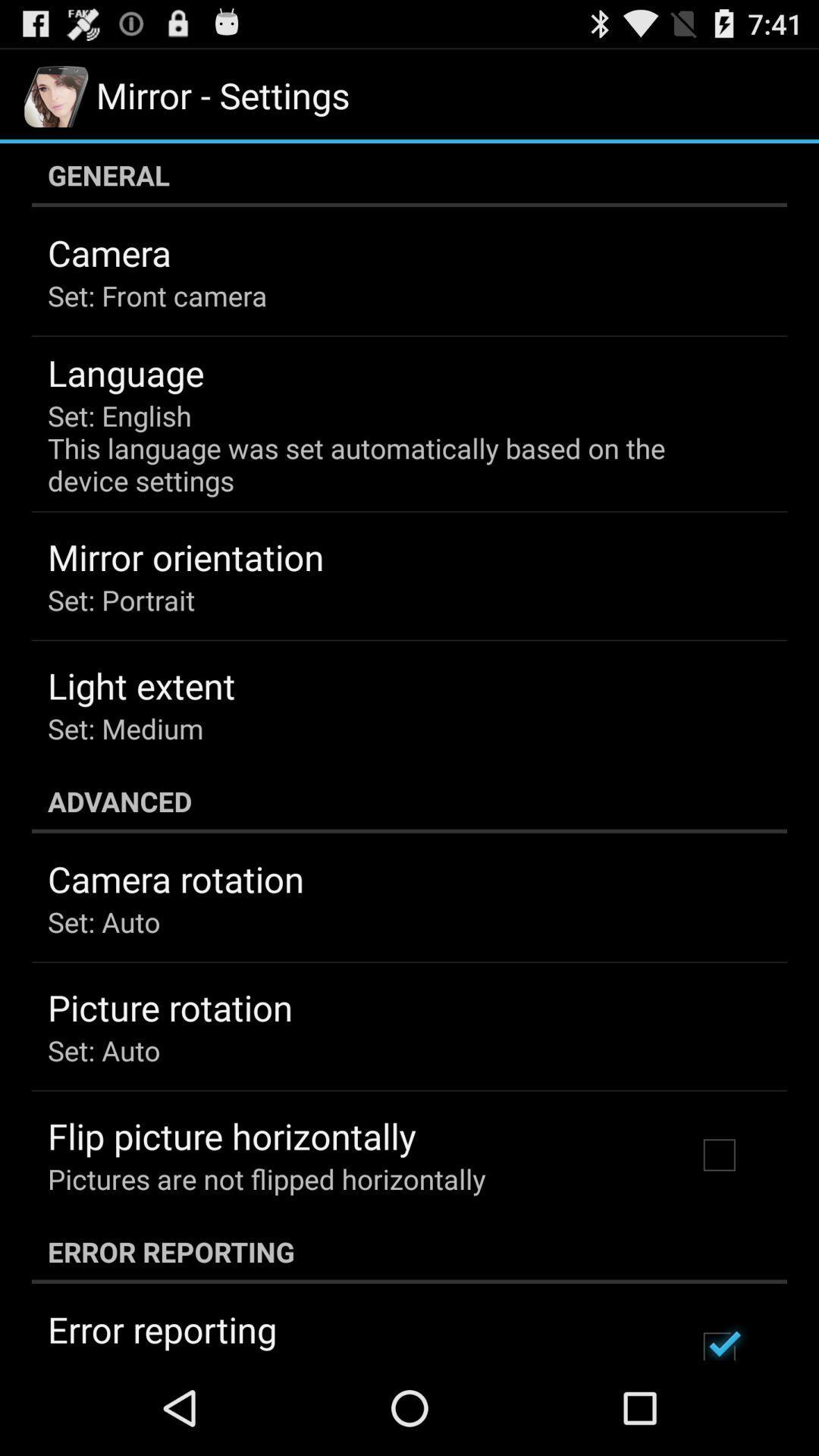 This screenshot has height=1456, width=819. Describe the element at coordinates (231, 1136) in the screenshot. I see `app below set: auto app` at that location.